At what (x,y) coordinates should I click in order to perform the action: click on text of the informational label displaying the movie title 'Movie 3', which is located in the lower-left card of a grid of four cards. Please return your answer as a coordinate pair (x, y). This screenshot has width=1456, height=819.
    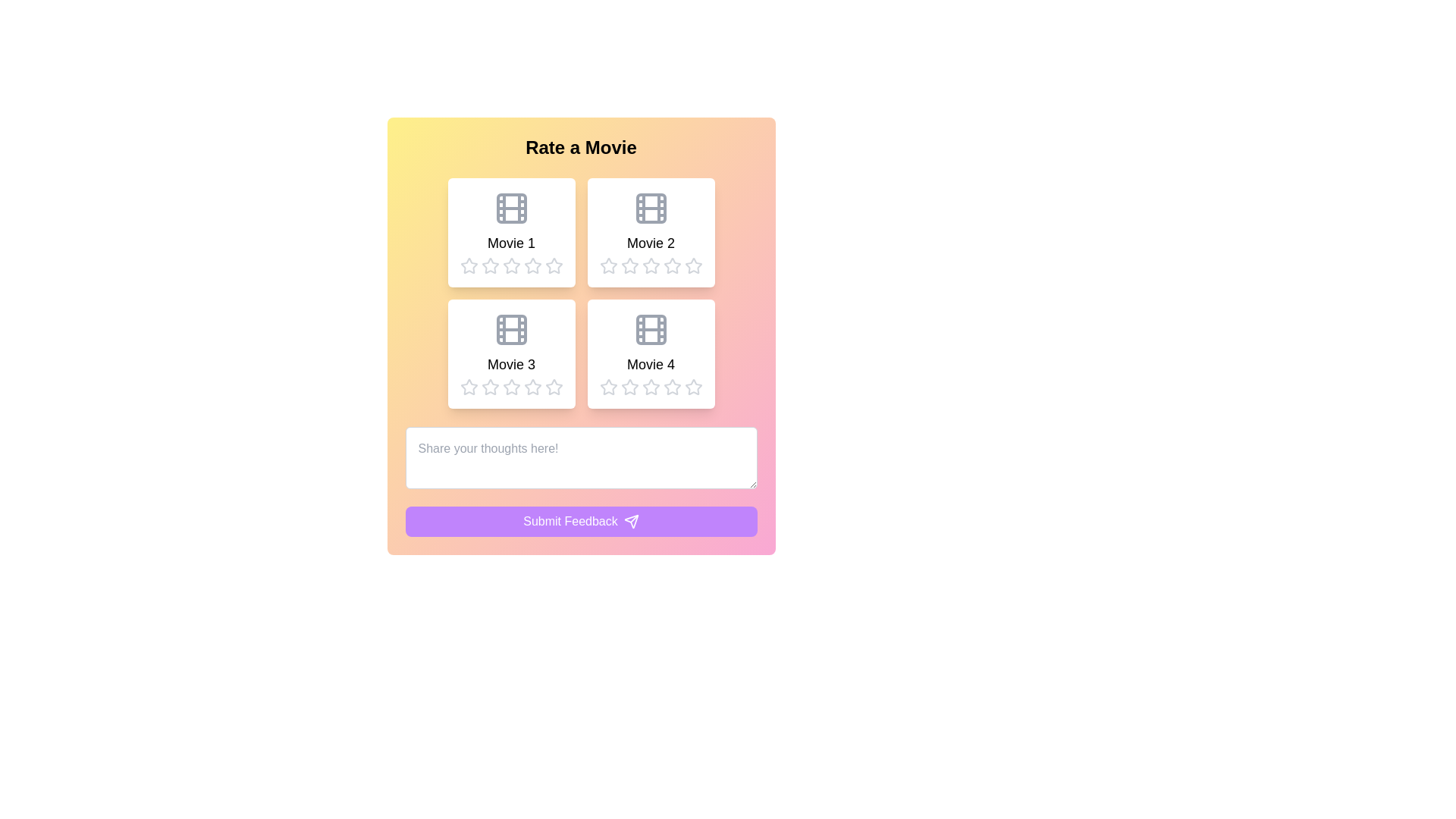
    Looking at the image, I should click on (511, 365).